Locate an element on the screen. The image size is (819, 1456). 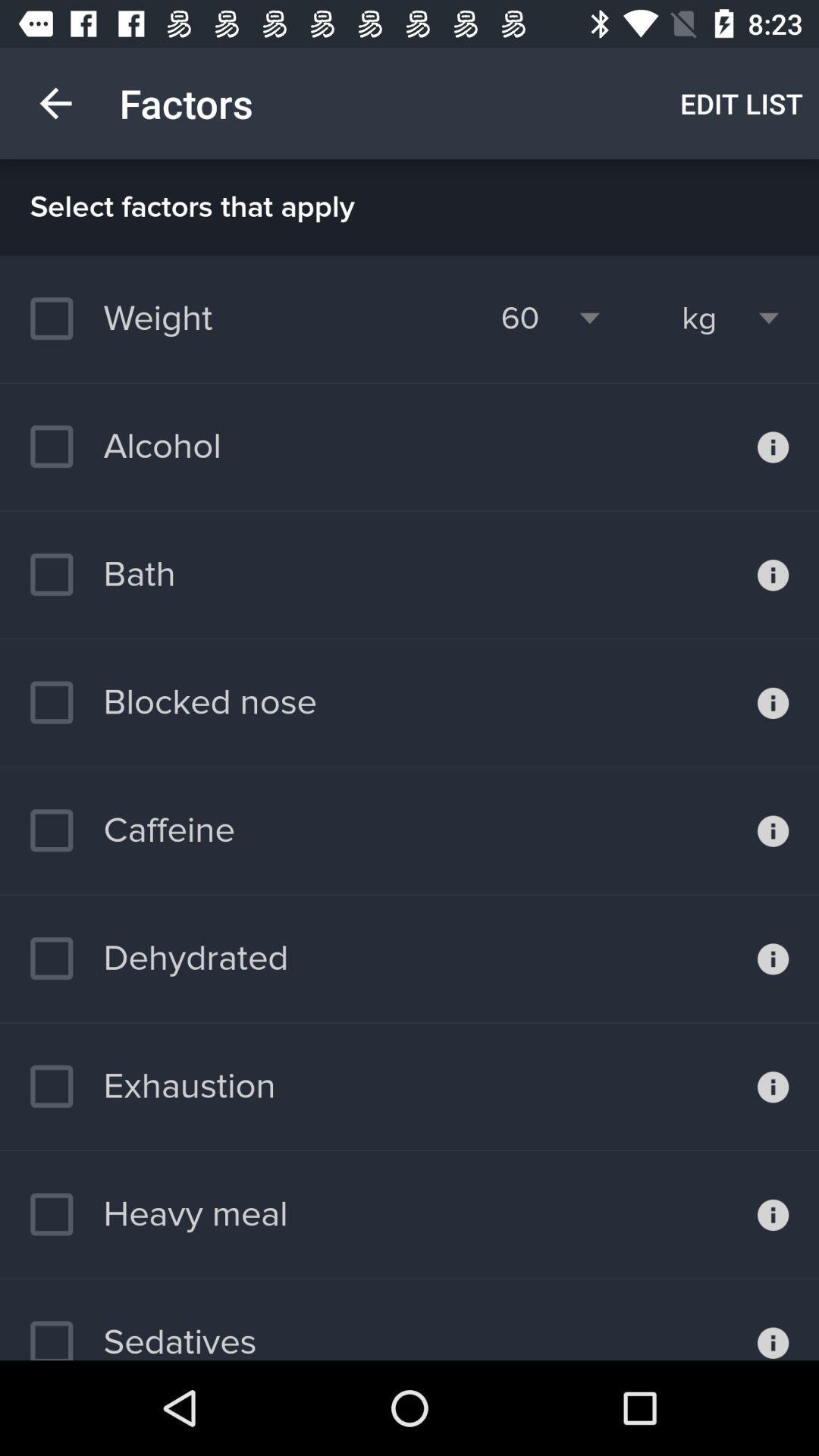
more information option is located at coordinates (773, 958).